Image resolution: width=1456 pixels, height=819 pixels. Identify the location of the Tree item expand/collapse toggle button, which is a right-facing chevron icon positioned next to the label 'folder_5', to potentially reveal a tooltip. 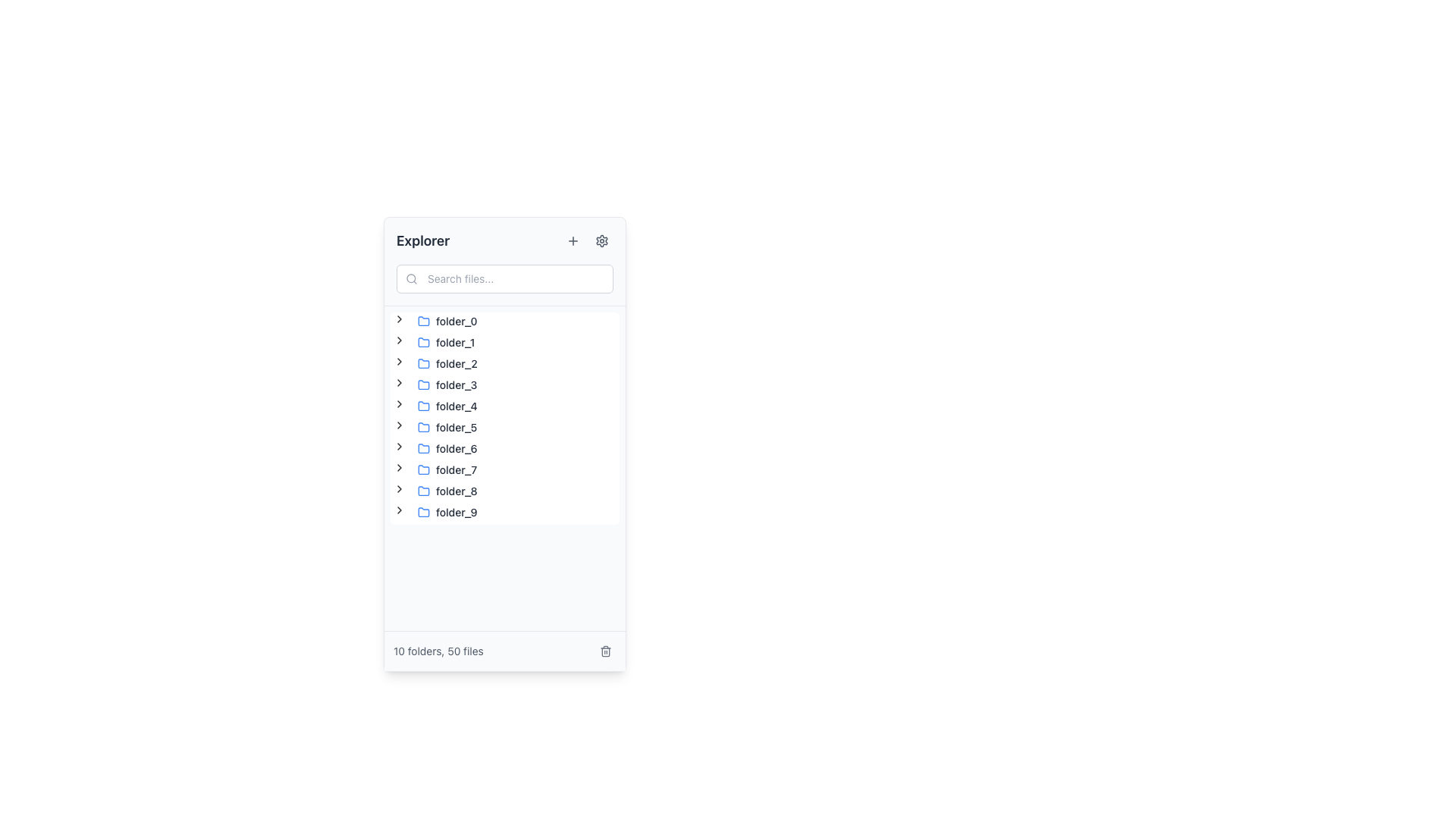
(400, 427).